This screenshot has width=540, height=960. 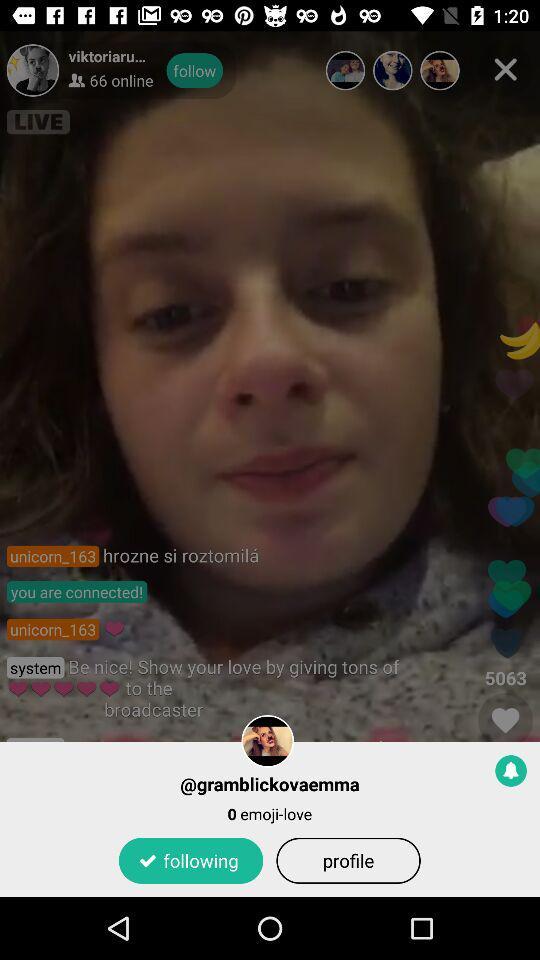 I want to click on the profile app, so click(x=347, y=859).